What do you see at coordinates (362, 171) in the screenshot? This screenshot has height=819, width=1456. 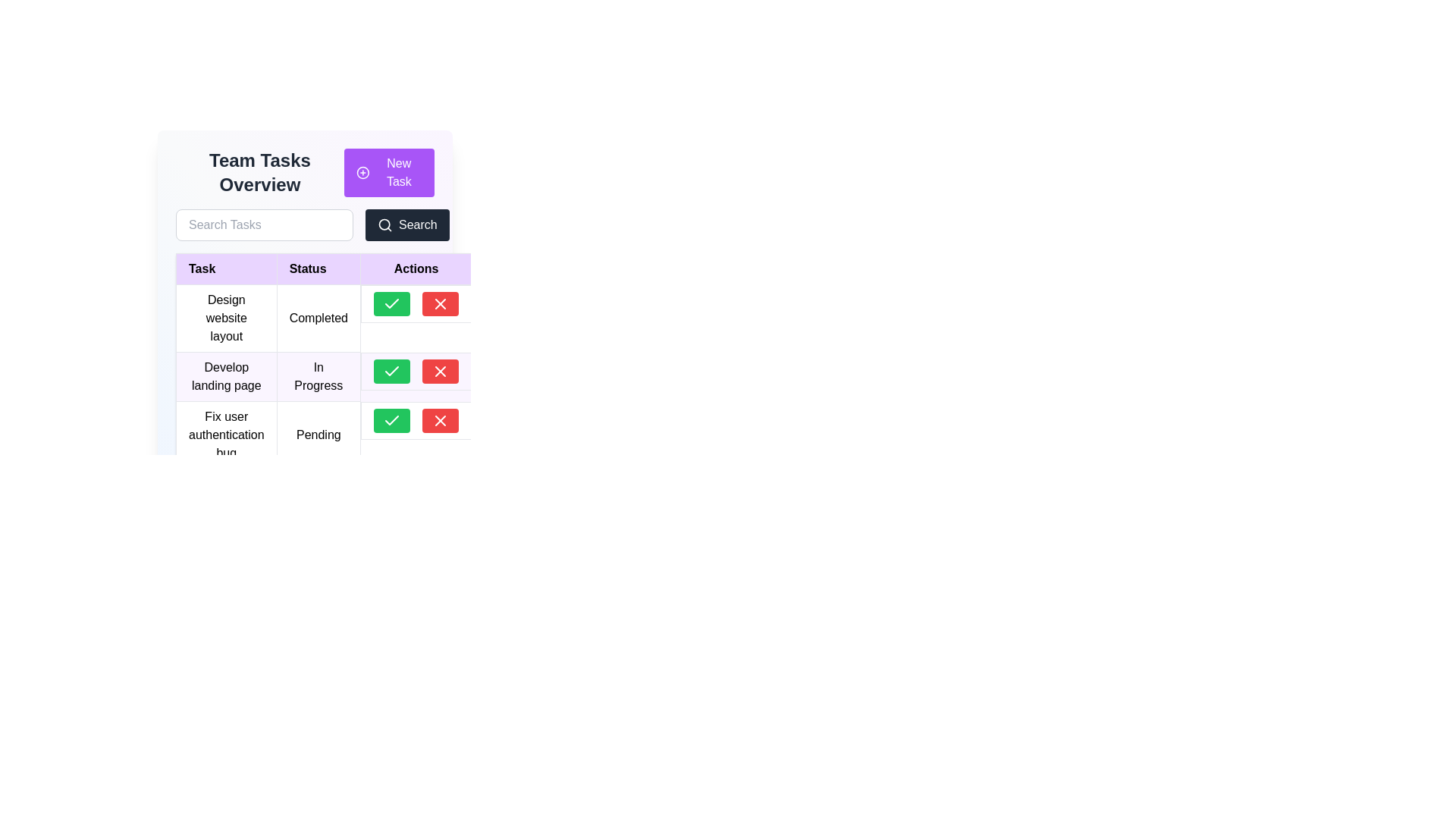 I see `the circular icon with a plus symbol inside, located within the 'New Task' button at the top right of the interface, near the 'Team Tasks Overview' title` at bounding box center [362, 171].